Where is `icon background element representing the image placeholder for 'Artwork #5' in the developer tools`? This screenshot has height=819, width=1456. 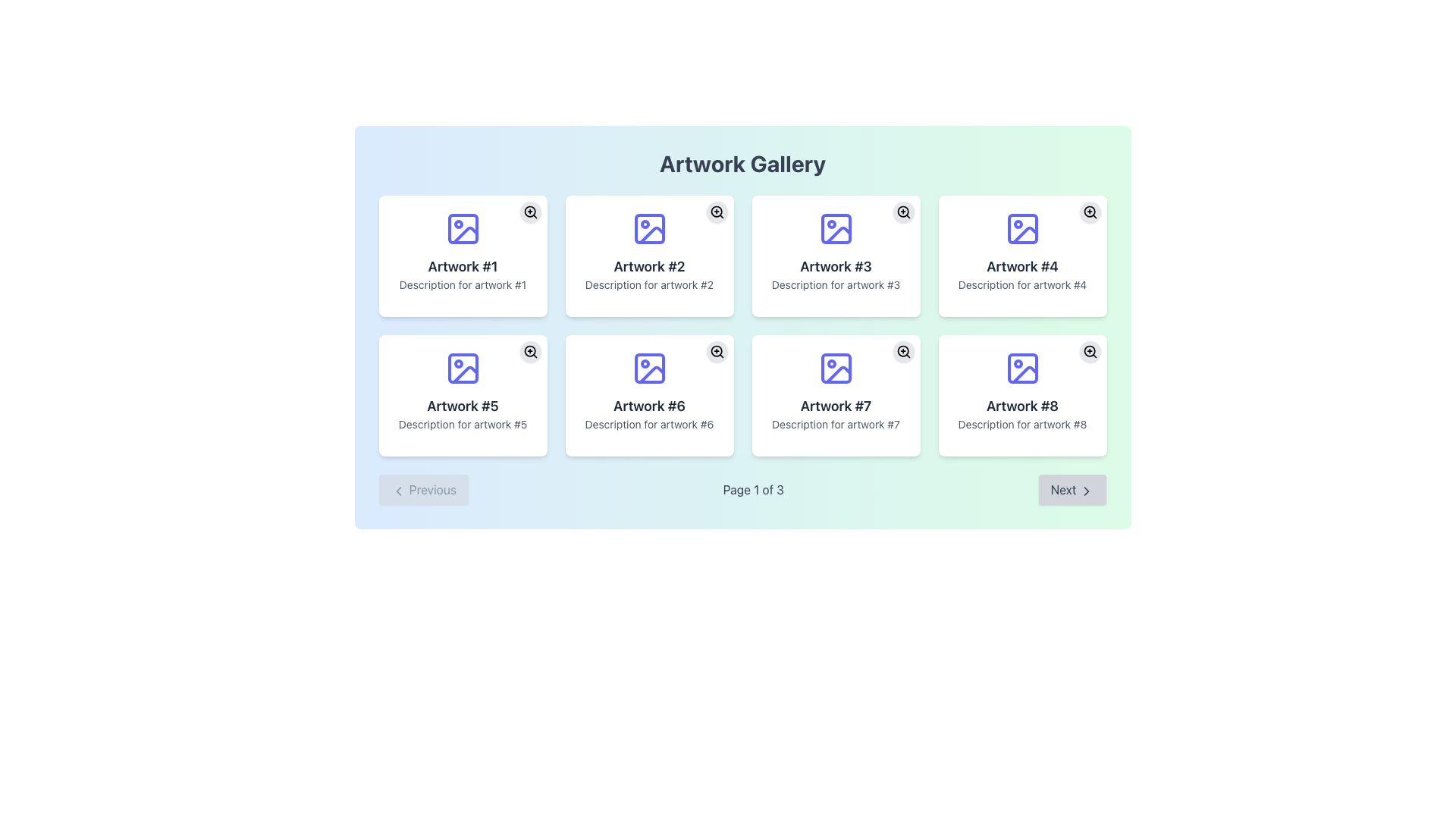 icon background element representing the image placeholder for 'Artwork #5' in the developer tools is located at coordinates (462, 369).